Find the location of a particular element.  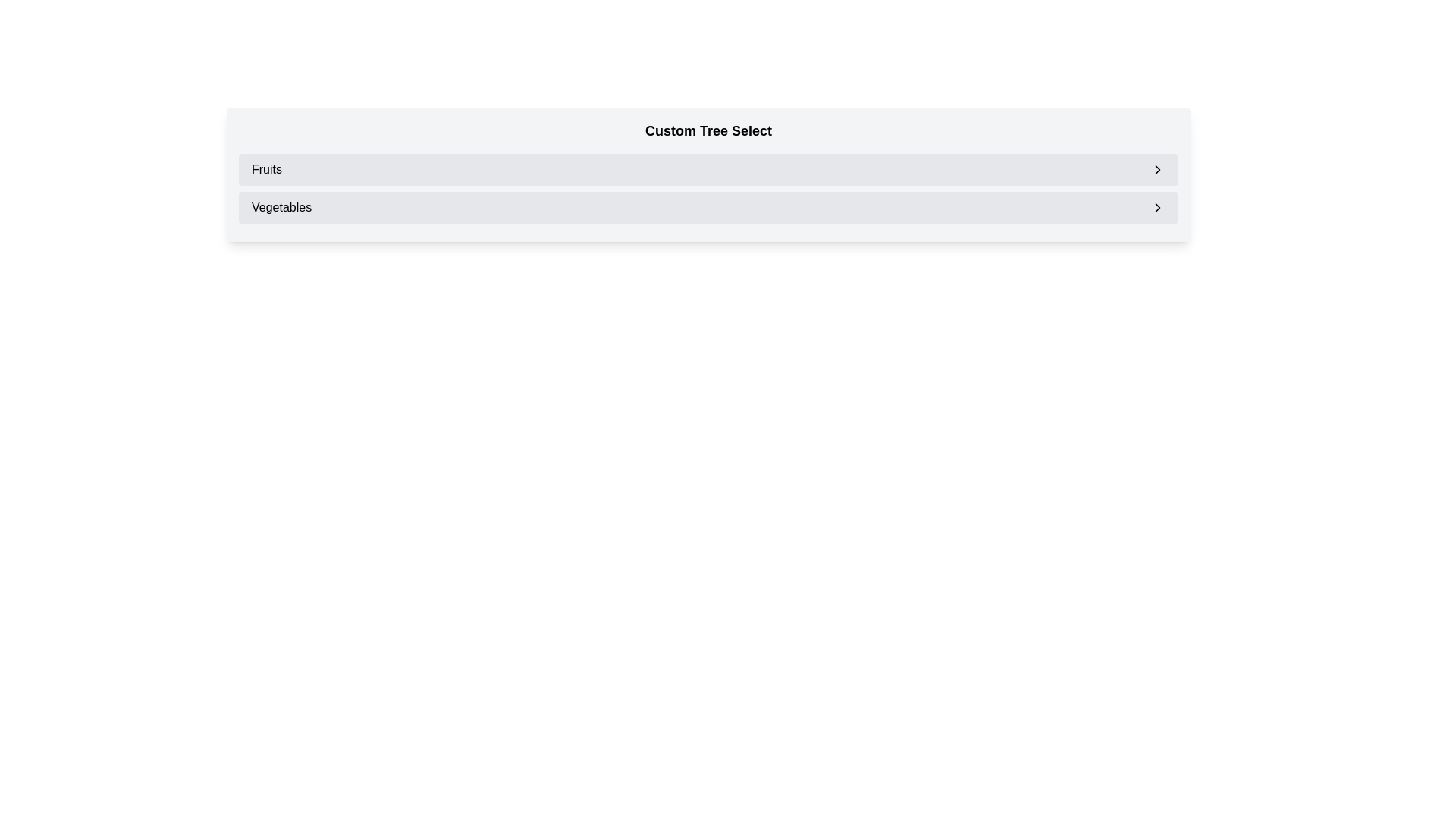

the right-facing chevron icon associated with the 'Vegetables' menu item is located at coordinates (1156, 207).